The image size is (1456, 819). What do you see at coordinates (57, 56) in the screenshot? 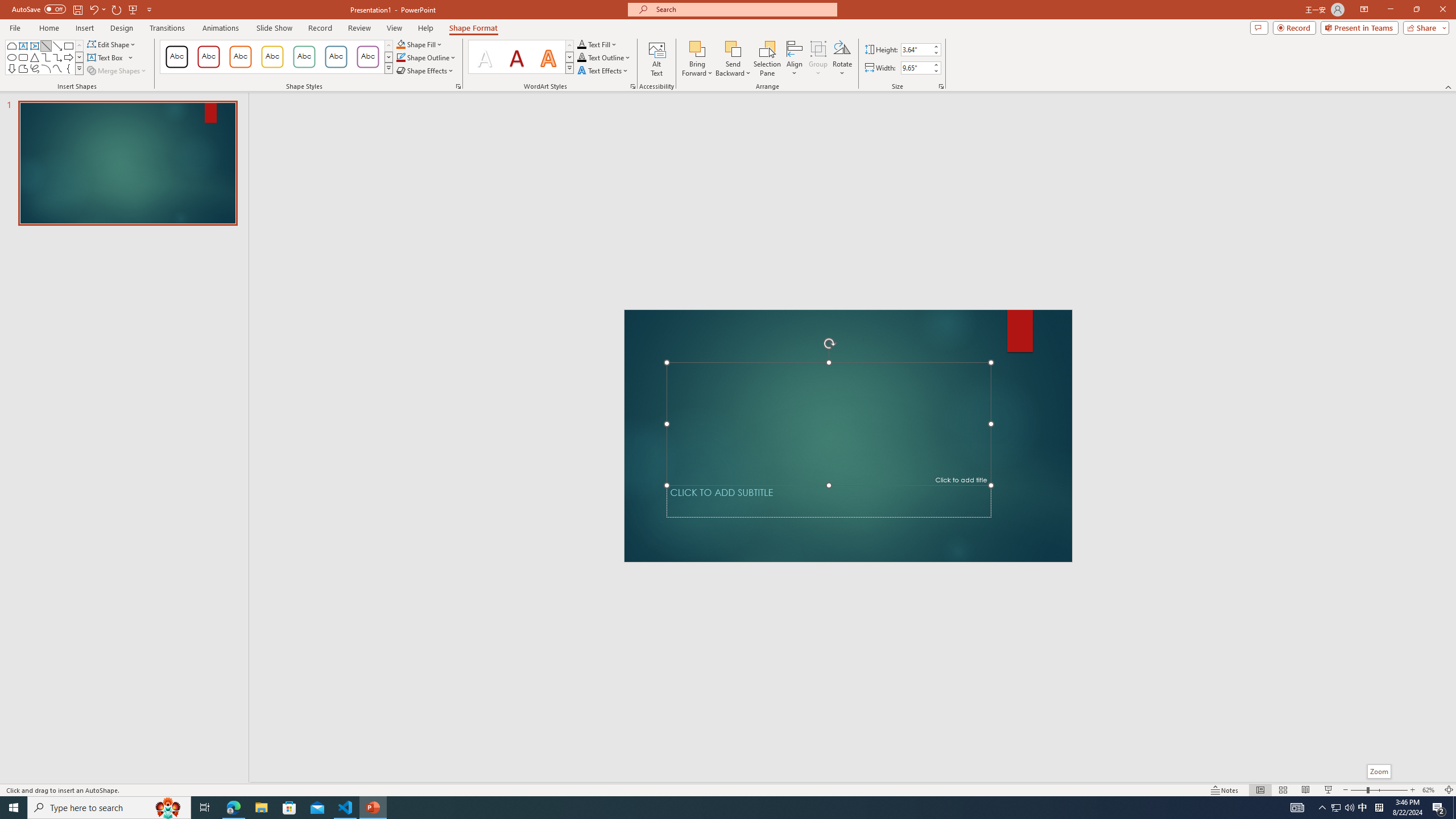
I see `'Connector: Elbow Arrow'` at bounding box center [57, 56].